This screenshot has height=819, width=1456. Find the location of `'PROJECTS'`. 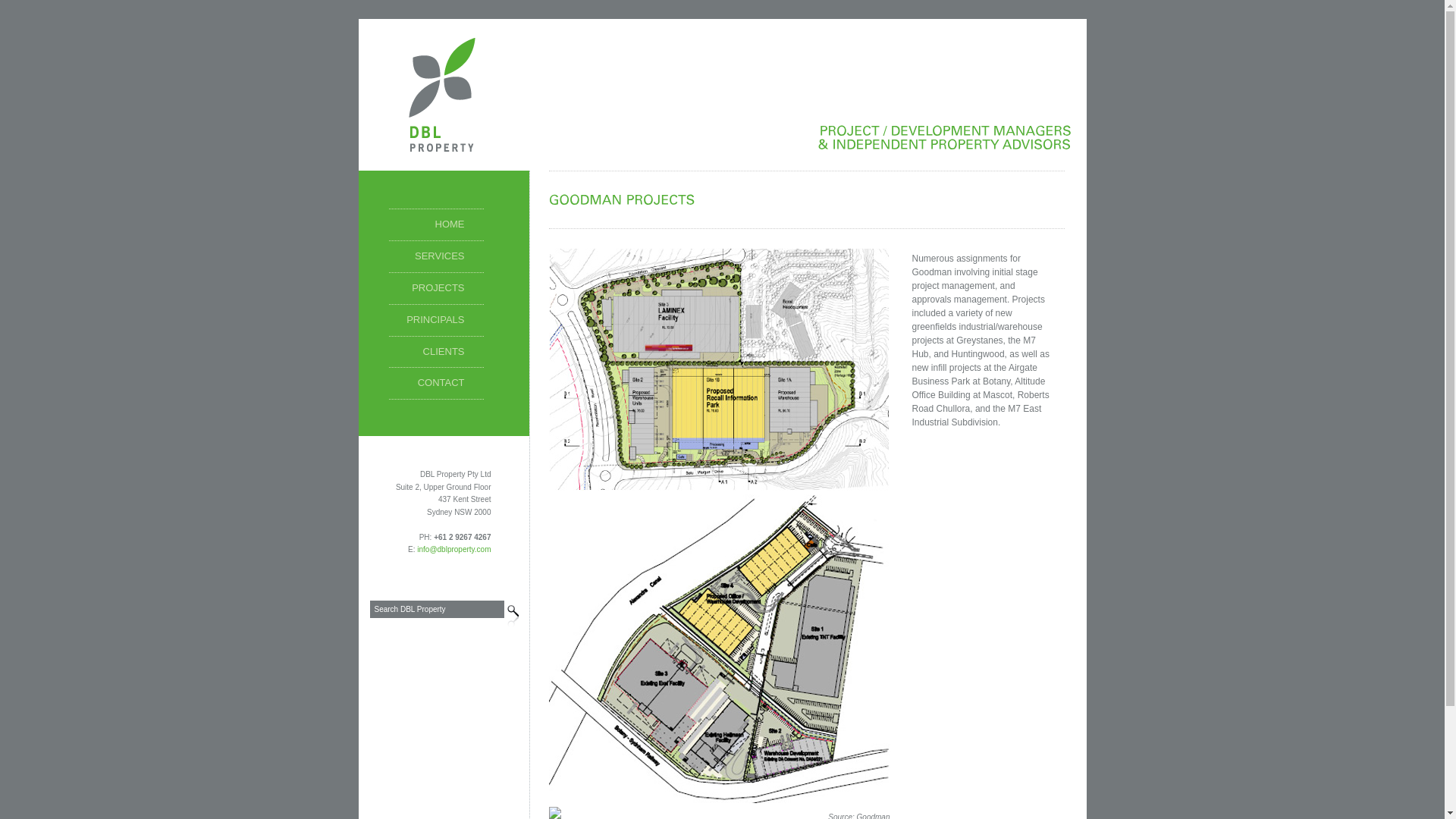

'PROJECTS' is located at coordinates (435, 289).